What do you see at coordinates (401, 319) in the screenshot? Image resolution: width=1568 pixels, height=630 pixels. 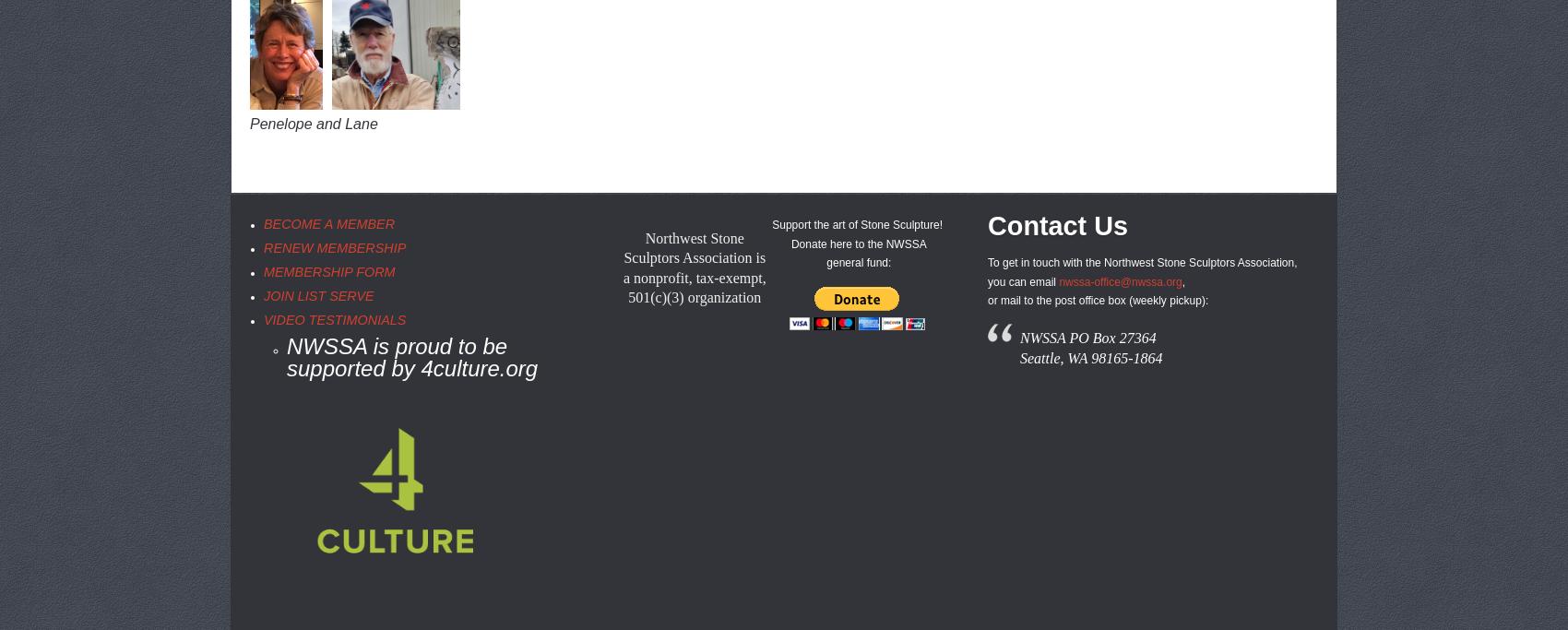 I see `'S'` at bounding box center [401, 319].